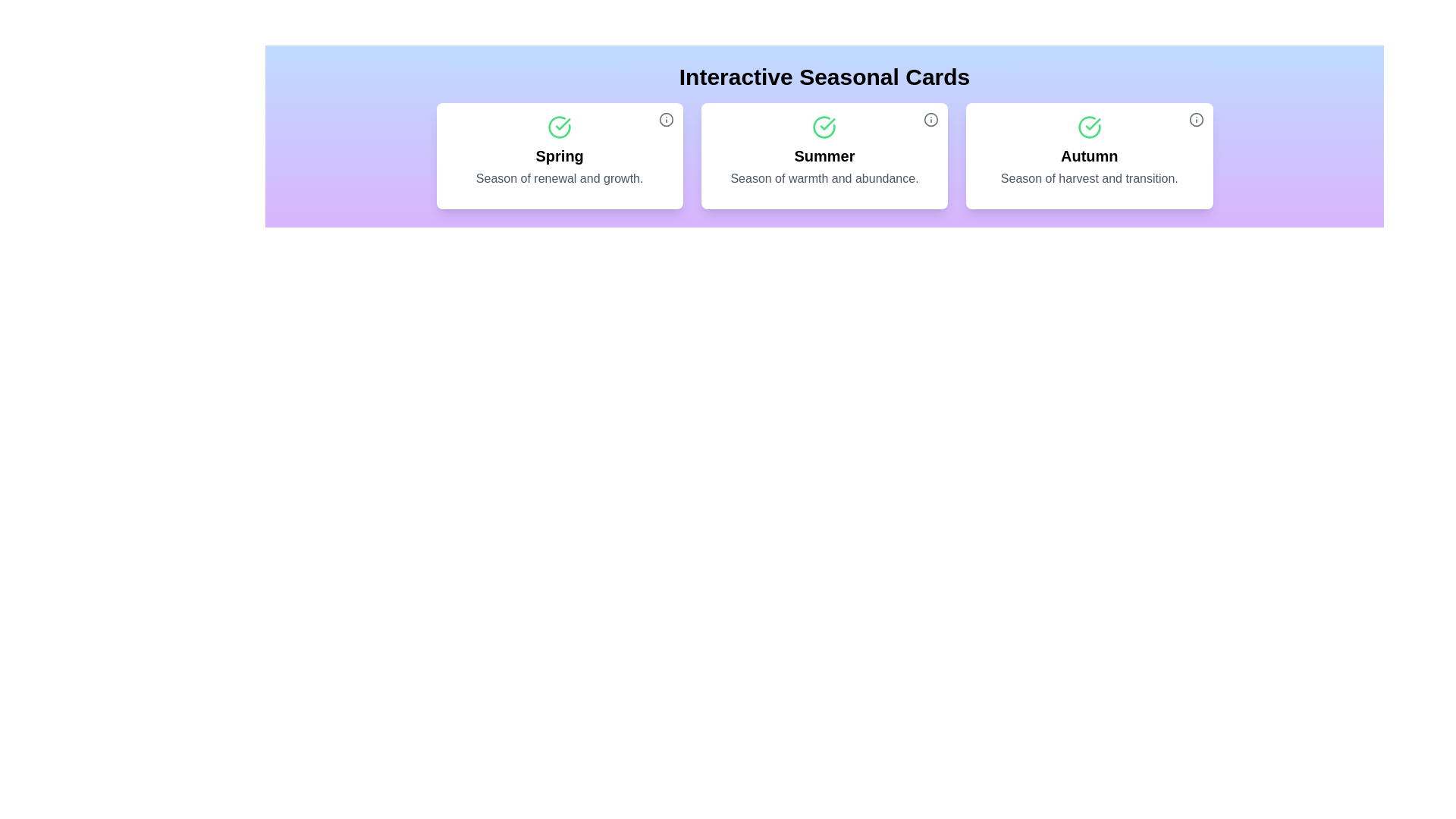  What do you see at coordinates (1088, 155) in the screenshot?
I see `the 'Autumn' Information card` at bounding box center [1088, 155].